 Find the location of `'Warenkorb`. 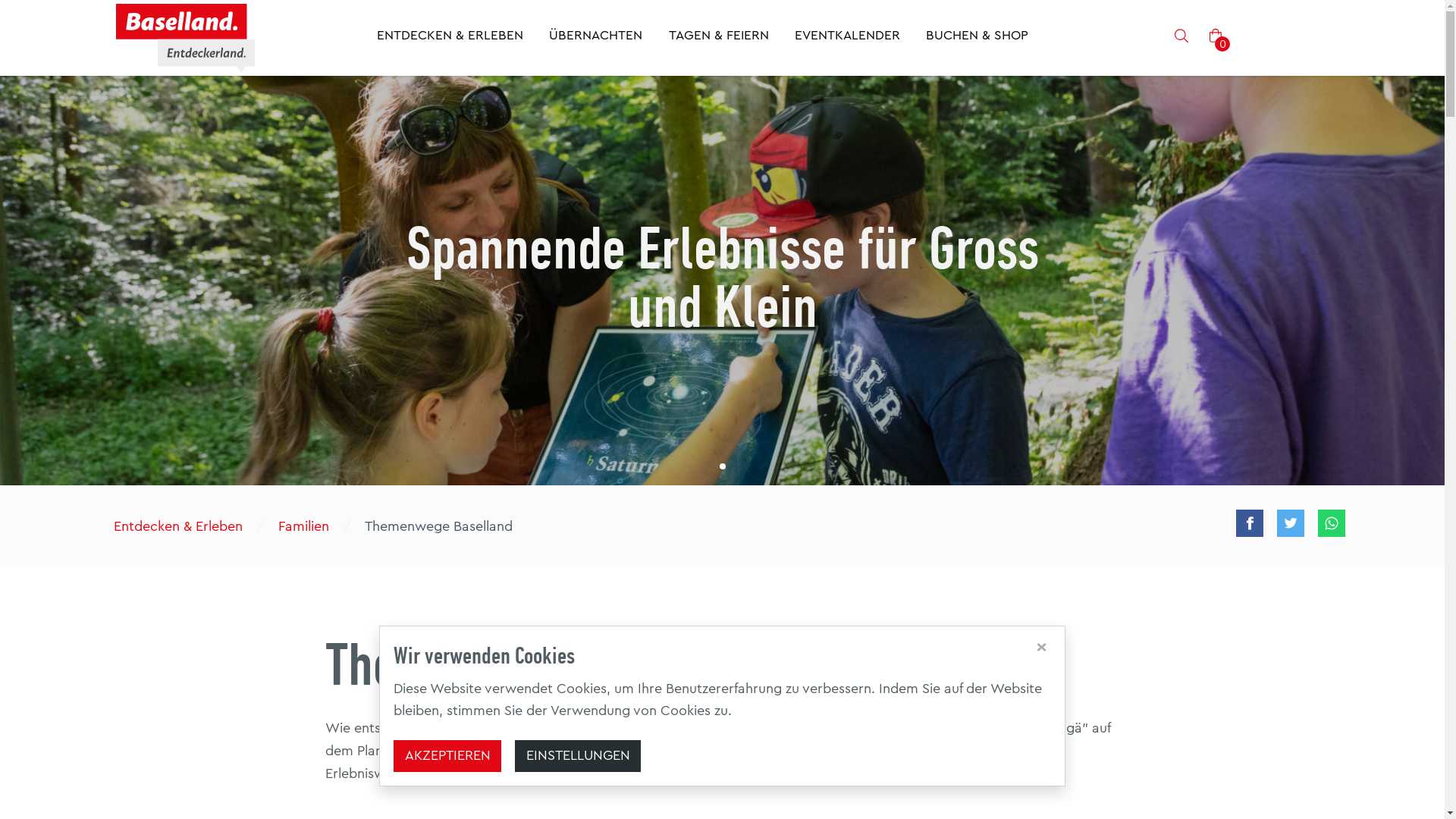

'Warenkorb is located at coordinates (1216, 36).